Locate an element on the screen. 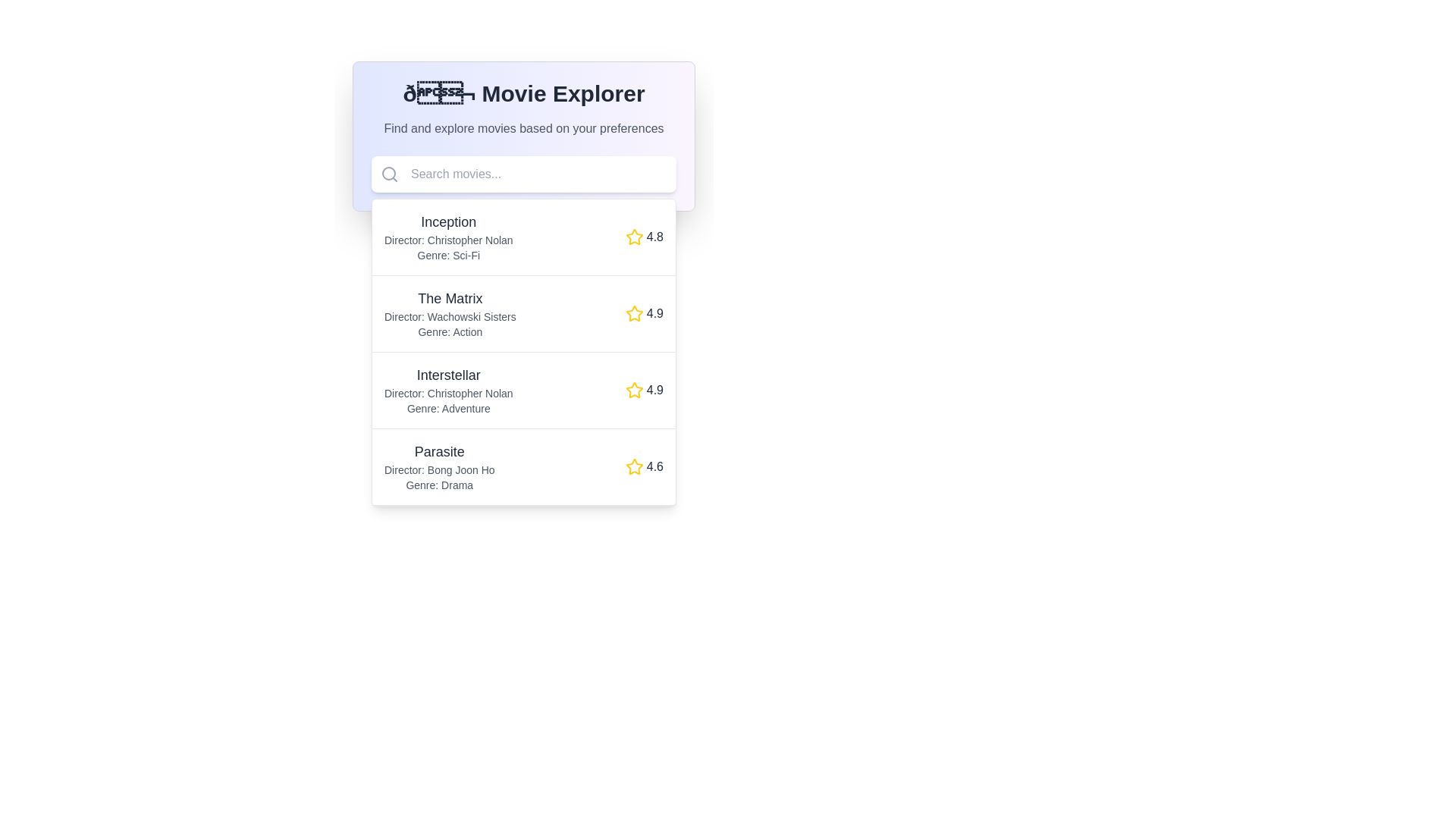 This screenshot has width=1456, height=819. displayed rating from the rating component, which consists of a yellow star icon and the text '4.6' next to it, located at the center of the last component of the fourth listed movie entry 'Parasite' is located at coordinates (644, 466).